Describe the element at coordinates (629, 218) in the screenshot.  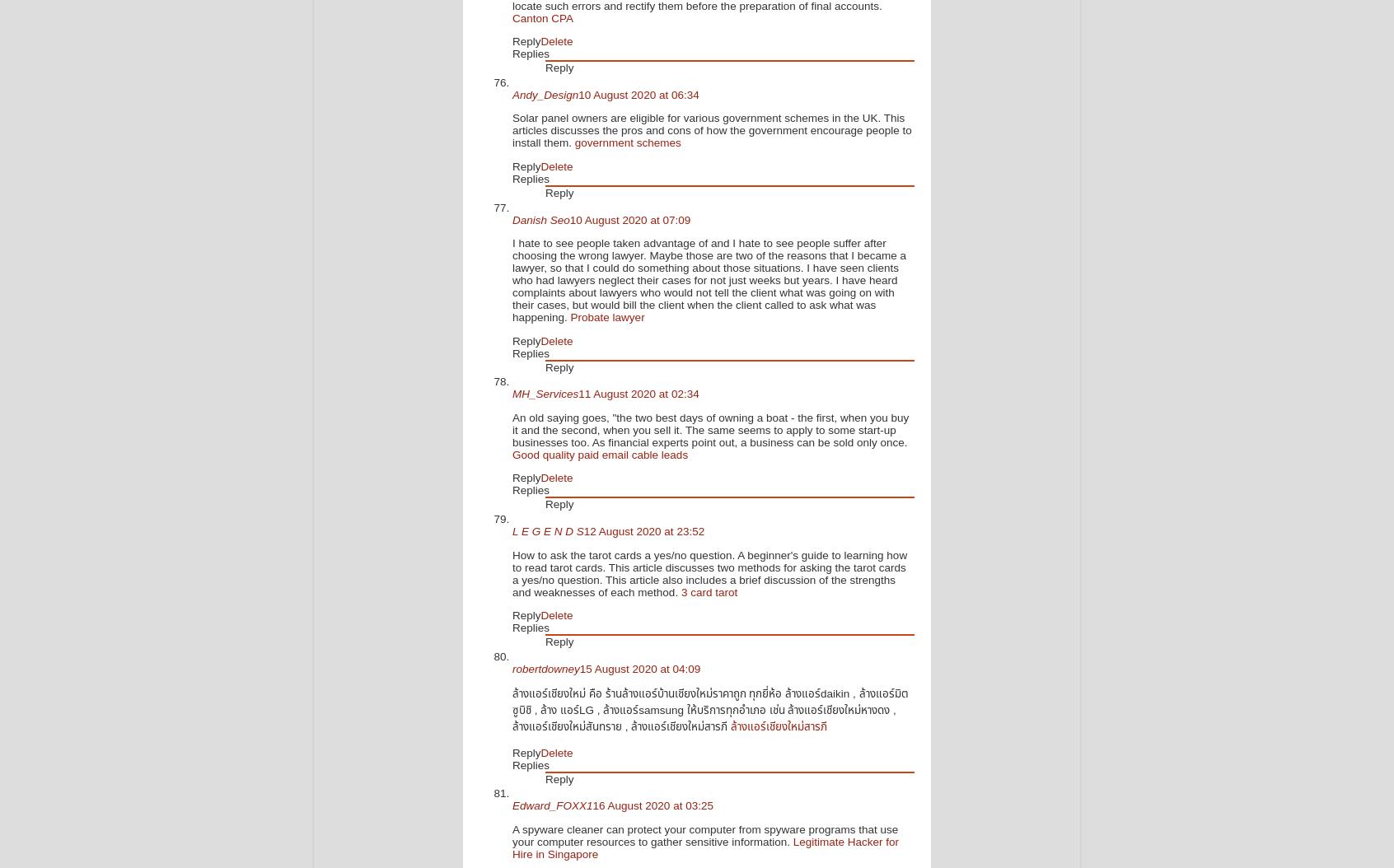
I see `'10 August 2020 at 07:09'` at that location.